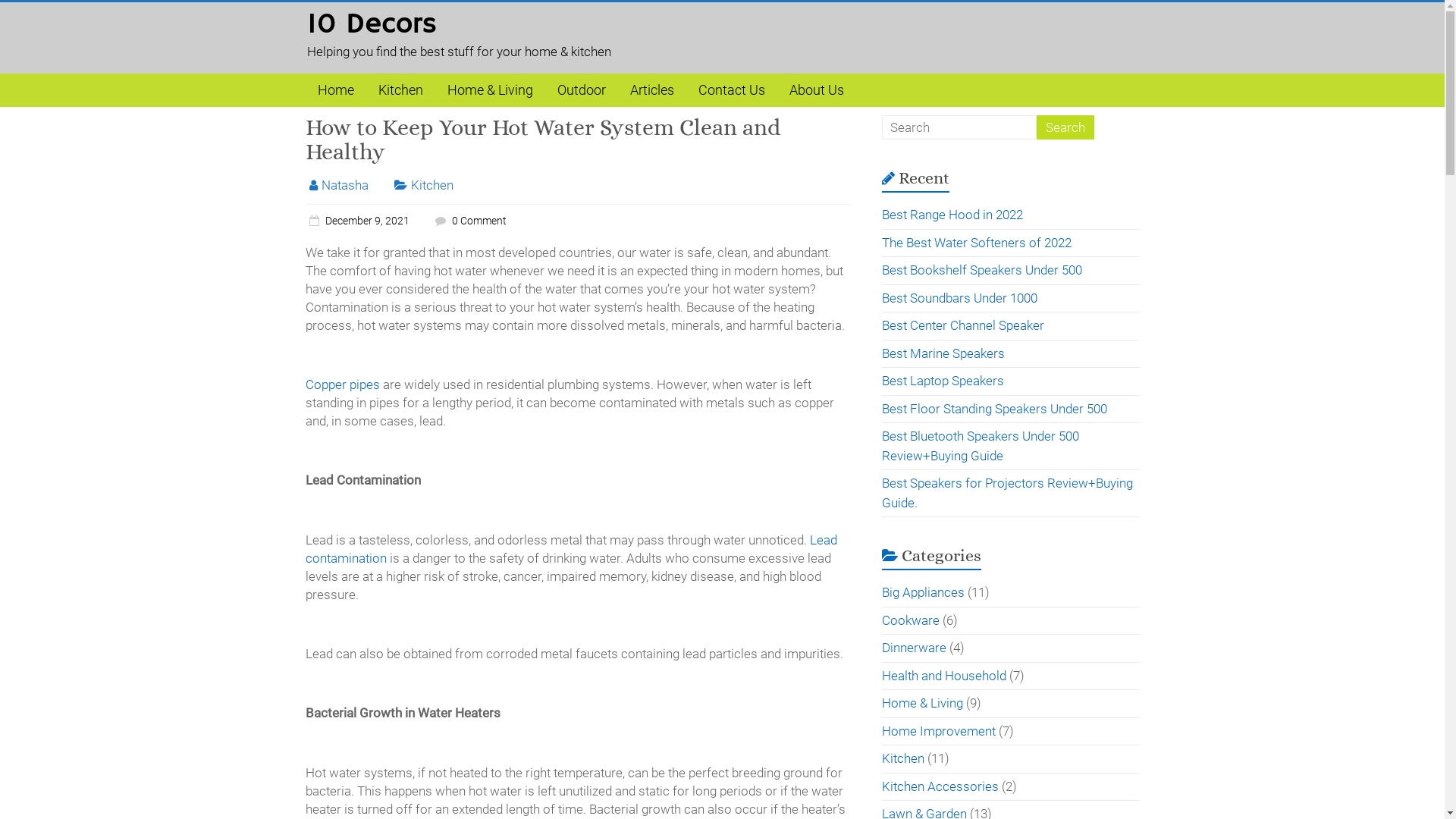 The height and width of the screenshot is (819, 1456). What do you see at coordinates (913, 647) in the screenshot?
I see `'Dinnerware'` at bounding box center [913, 647].